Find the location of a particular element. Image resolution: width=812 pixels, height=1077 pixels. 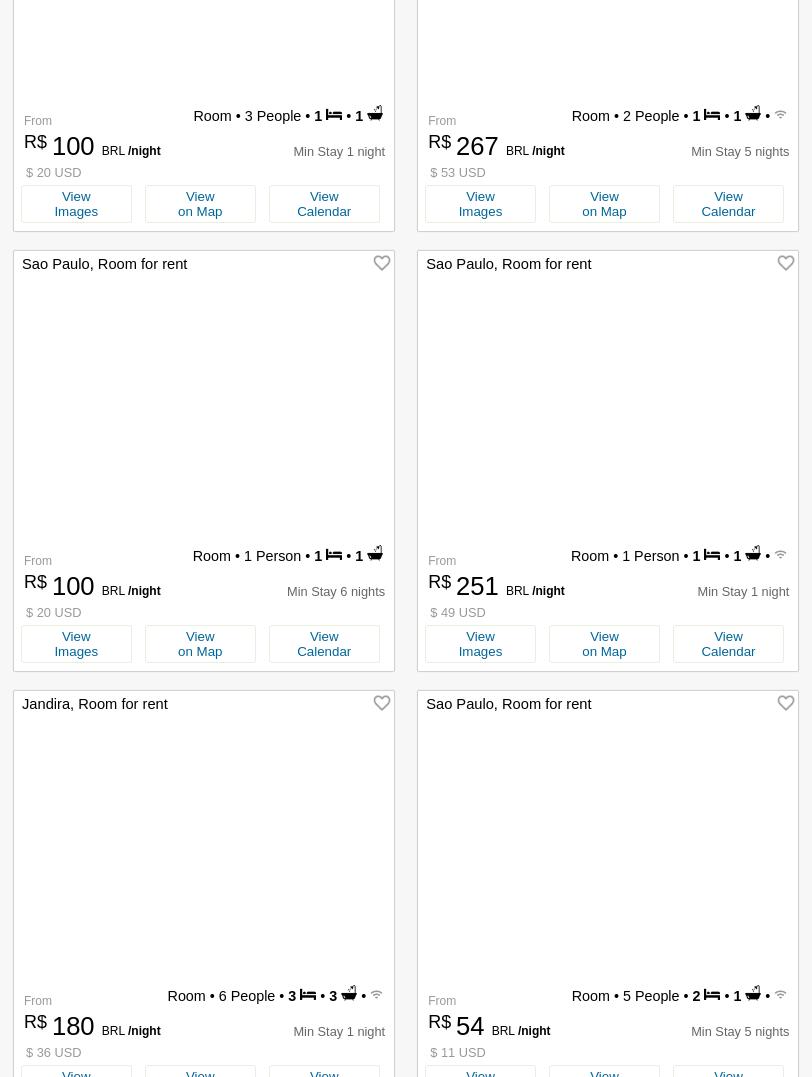

'5 People
•' is located at coordinates (655, 995).